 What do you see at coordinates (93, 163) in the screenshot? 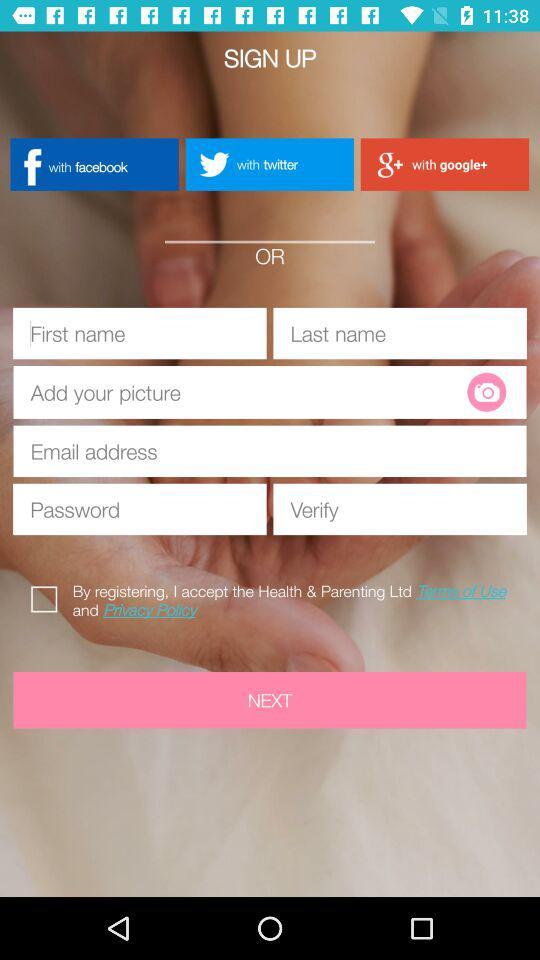
I see `the with facebook at the top left corner` at bounding box center [93, 163].